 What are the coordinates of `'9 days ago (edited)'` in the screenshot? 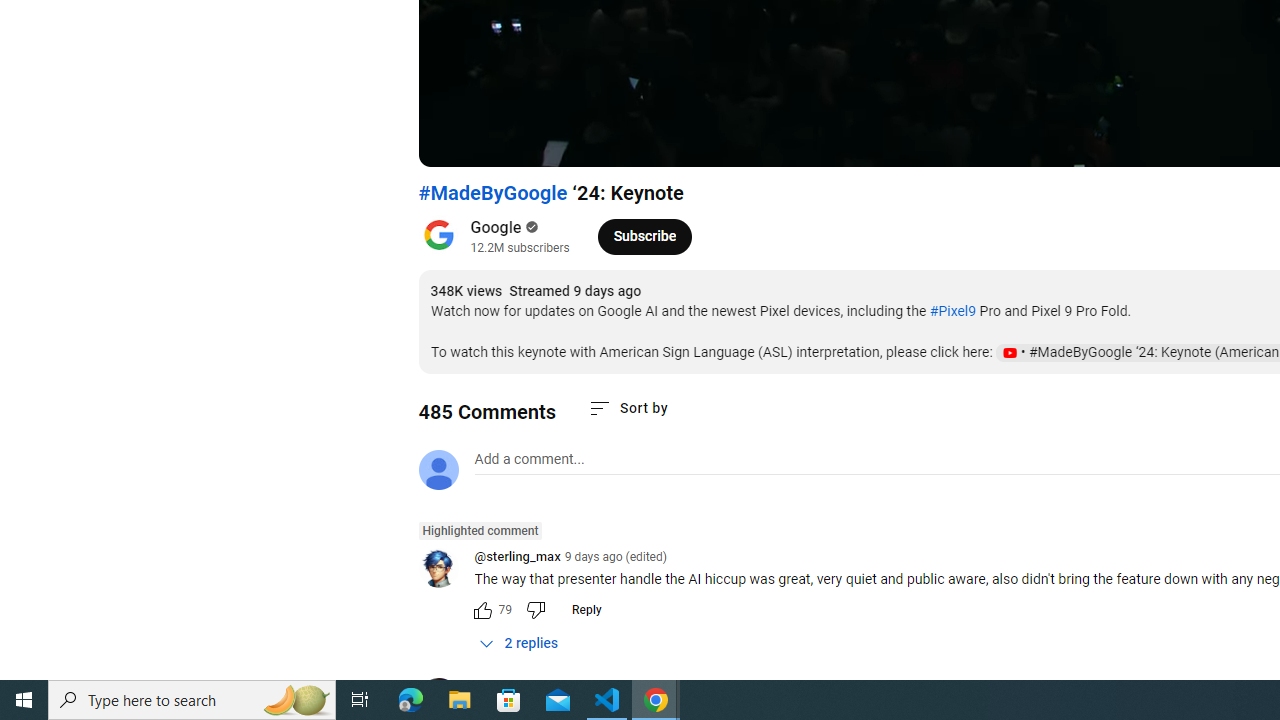 It's located at (614, 556).